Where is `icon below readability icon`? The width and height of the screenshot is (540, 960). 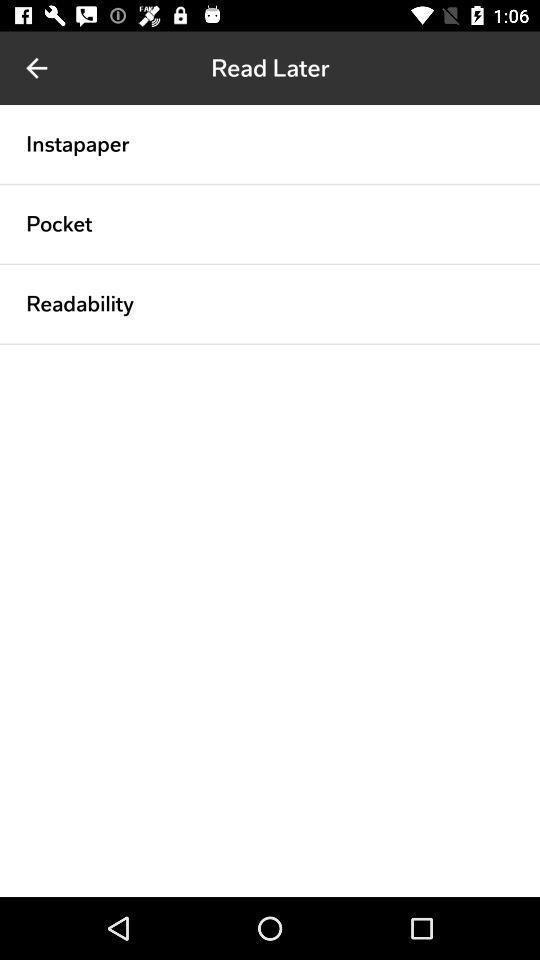
icon below readability icon is located at coordinates (270, 344).